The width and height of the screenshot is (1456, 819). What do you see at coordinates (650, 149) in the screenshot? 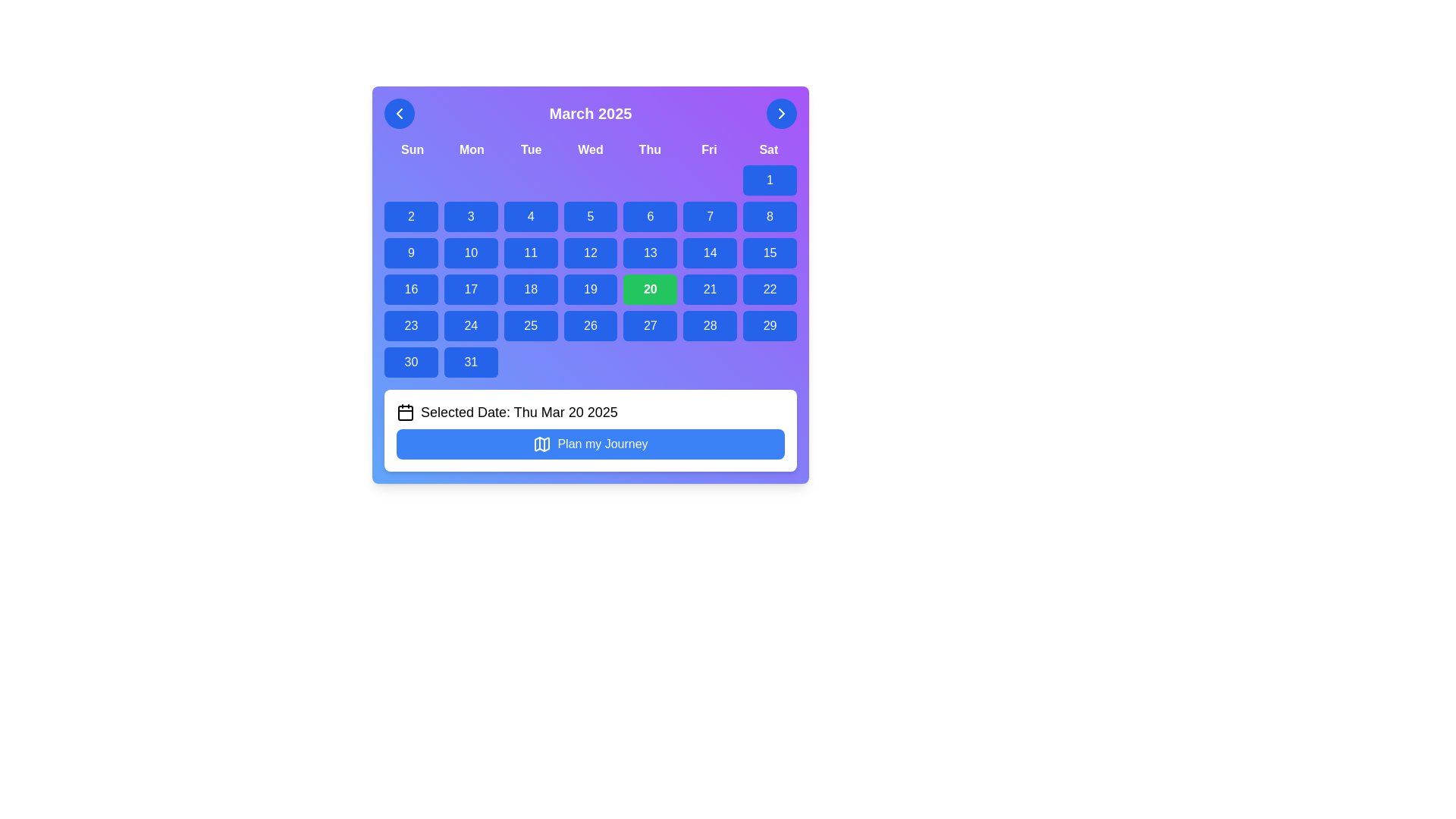
I see `contents of the text label indicating 'Thu', which is the fifth label from the left in the weekly header of the calendar layout` at bounding box center [650, 149].